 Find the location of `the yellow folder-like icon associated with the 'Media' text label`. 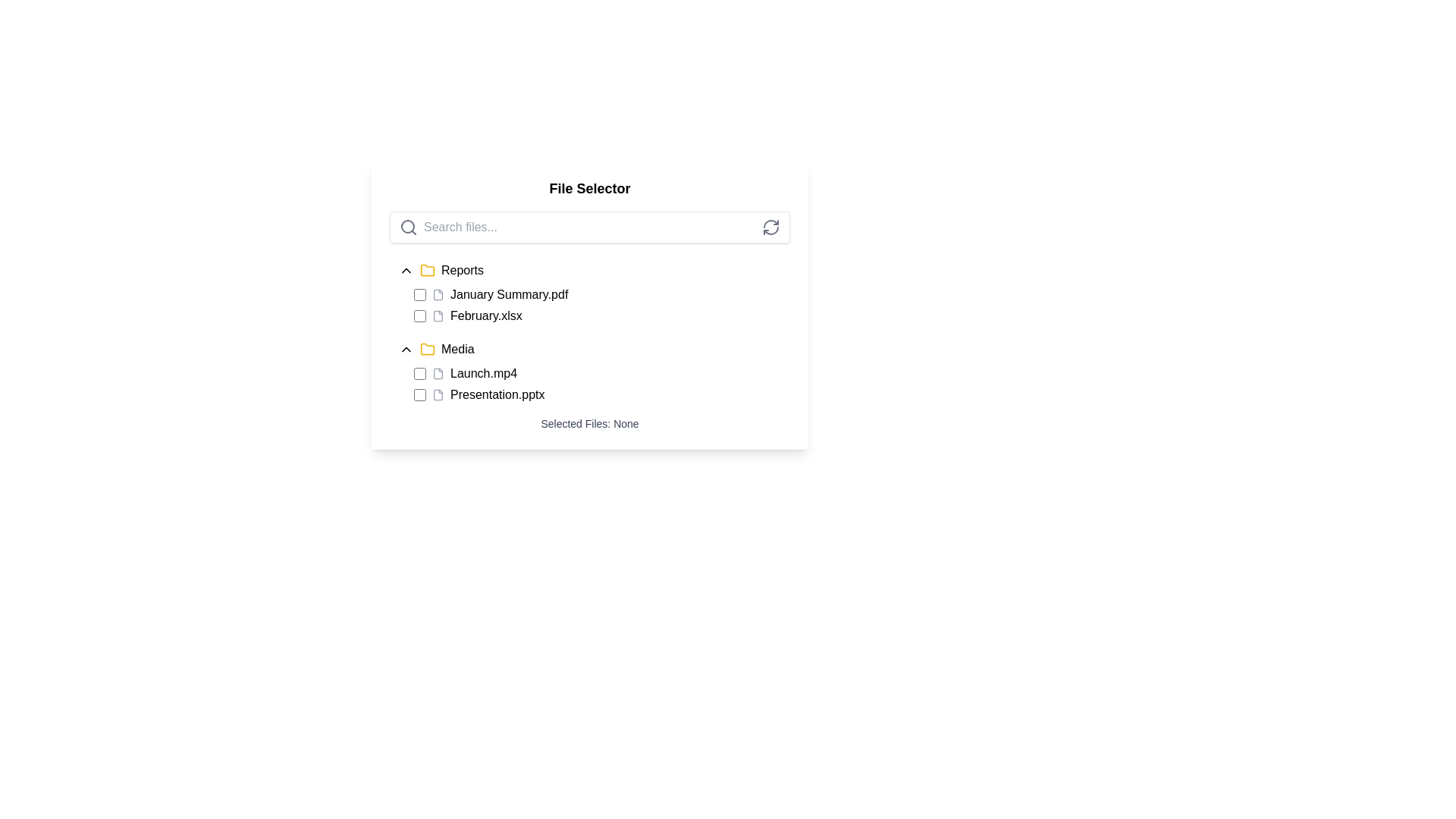

the yellow folder-like icon associated with the 'Media' text label is located at coordinates (427, 348).